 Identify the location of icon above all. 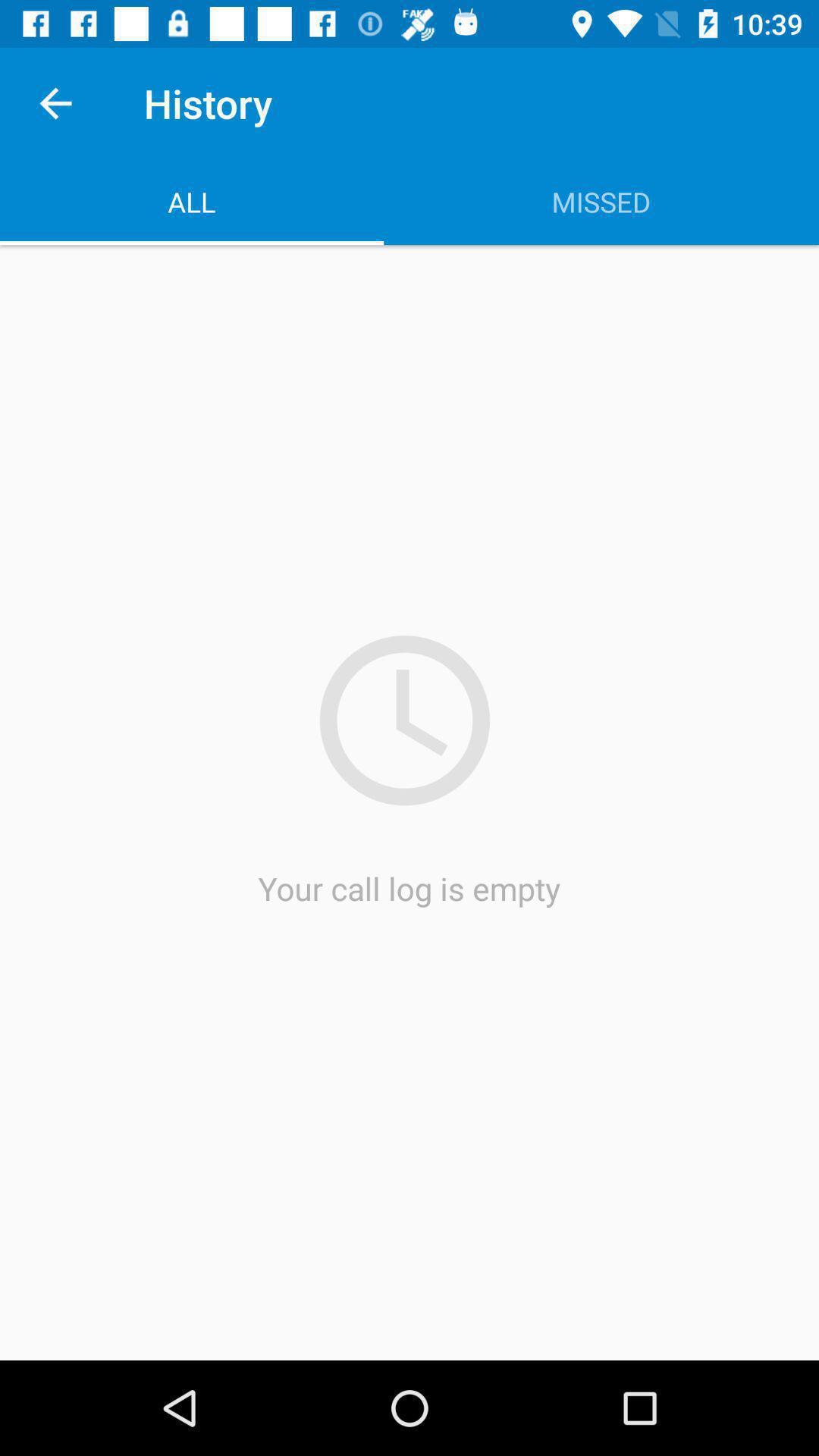
(55, 102).